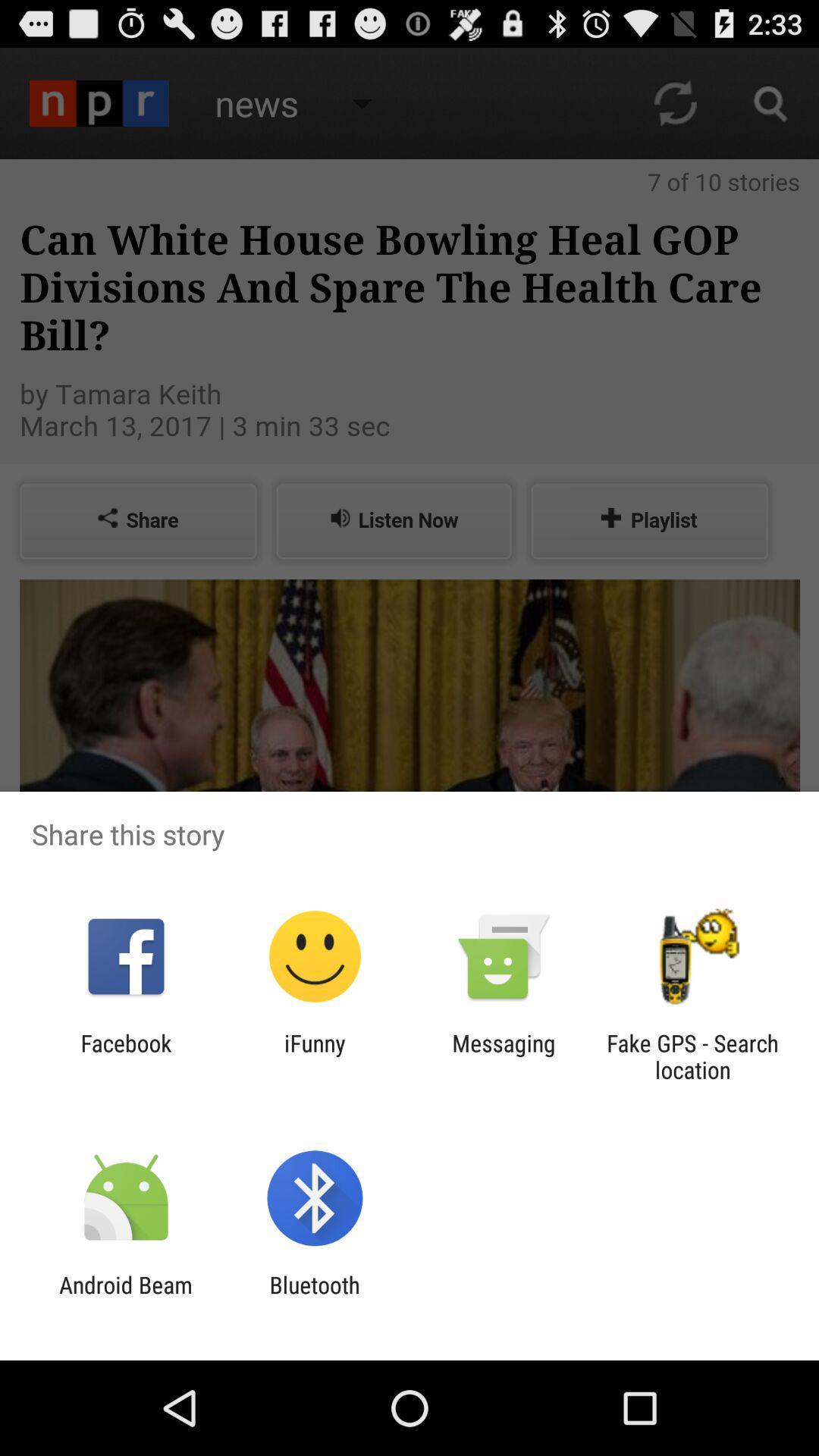  I want to click on the app to the left of messaging icon, so click(314, 1056).